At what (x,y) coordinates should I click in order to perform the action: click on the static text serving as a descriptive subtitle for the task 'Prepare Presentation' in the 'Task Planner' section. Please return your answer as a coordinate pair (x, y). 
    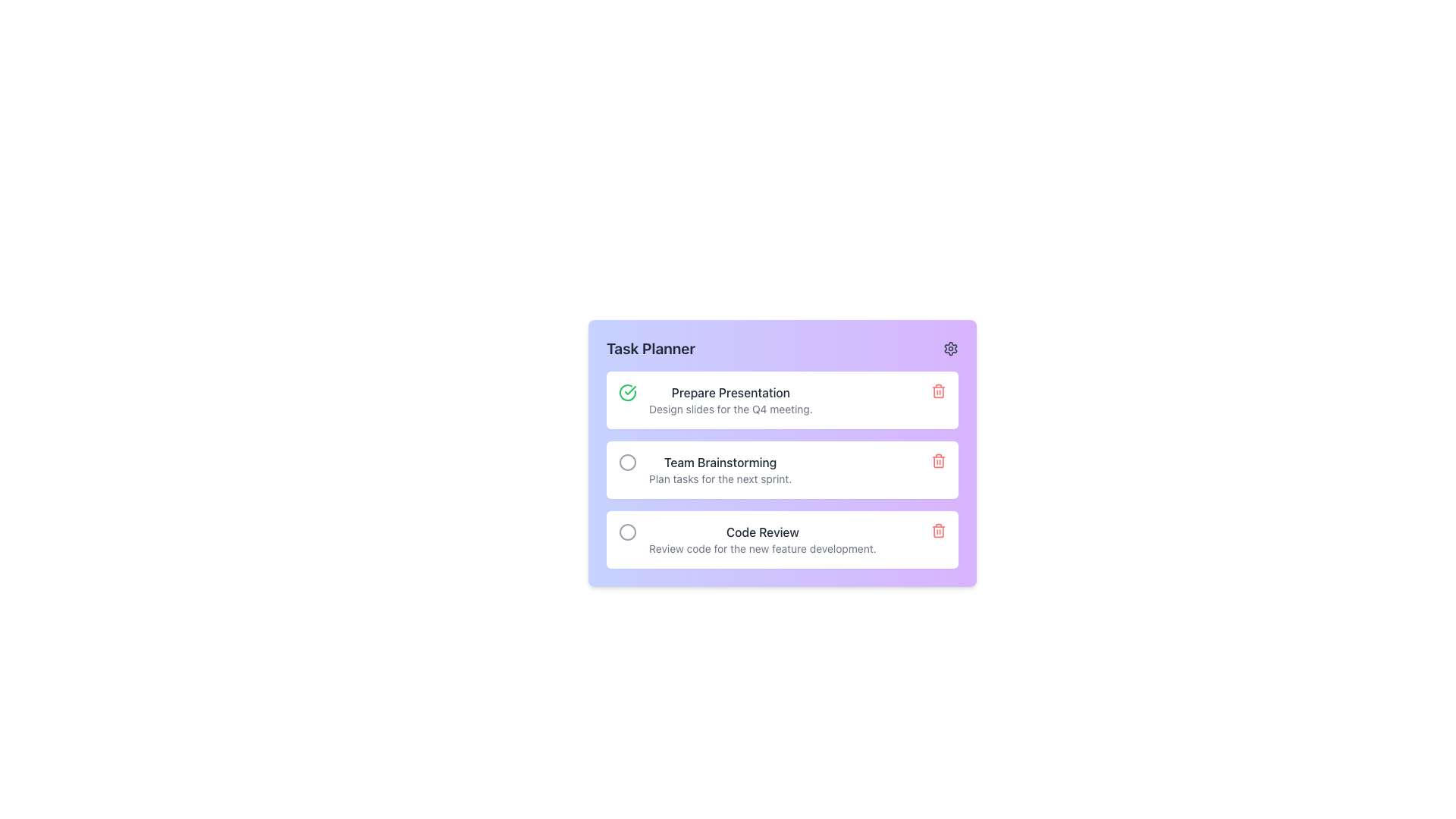
    Looking at the image, I should click on (730, 409).